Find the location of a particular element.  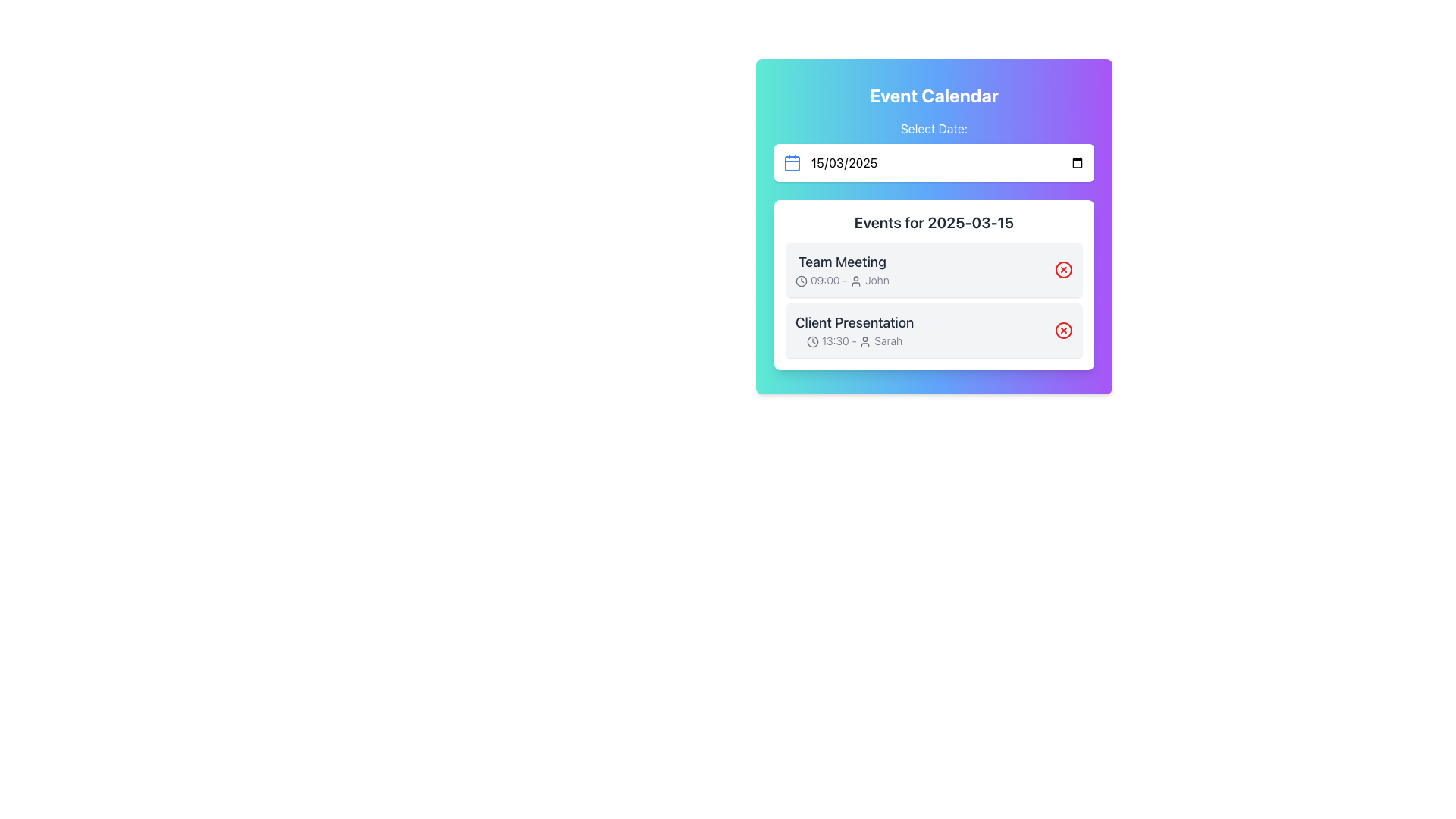

the delete button for the 'Client Presentation' item located on the right side of the event in the calendar interface is located at coordinates (1062, 329).